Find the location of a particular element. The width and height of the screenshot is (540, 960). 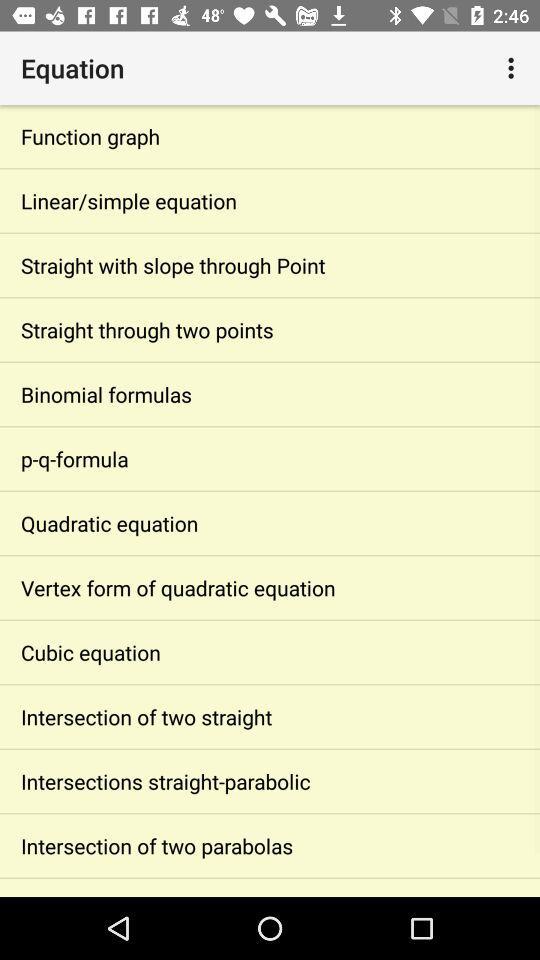

item above the p-q-formula app is located at coordinates (270, 393).